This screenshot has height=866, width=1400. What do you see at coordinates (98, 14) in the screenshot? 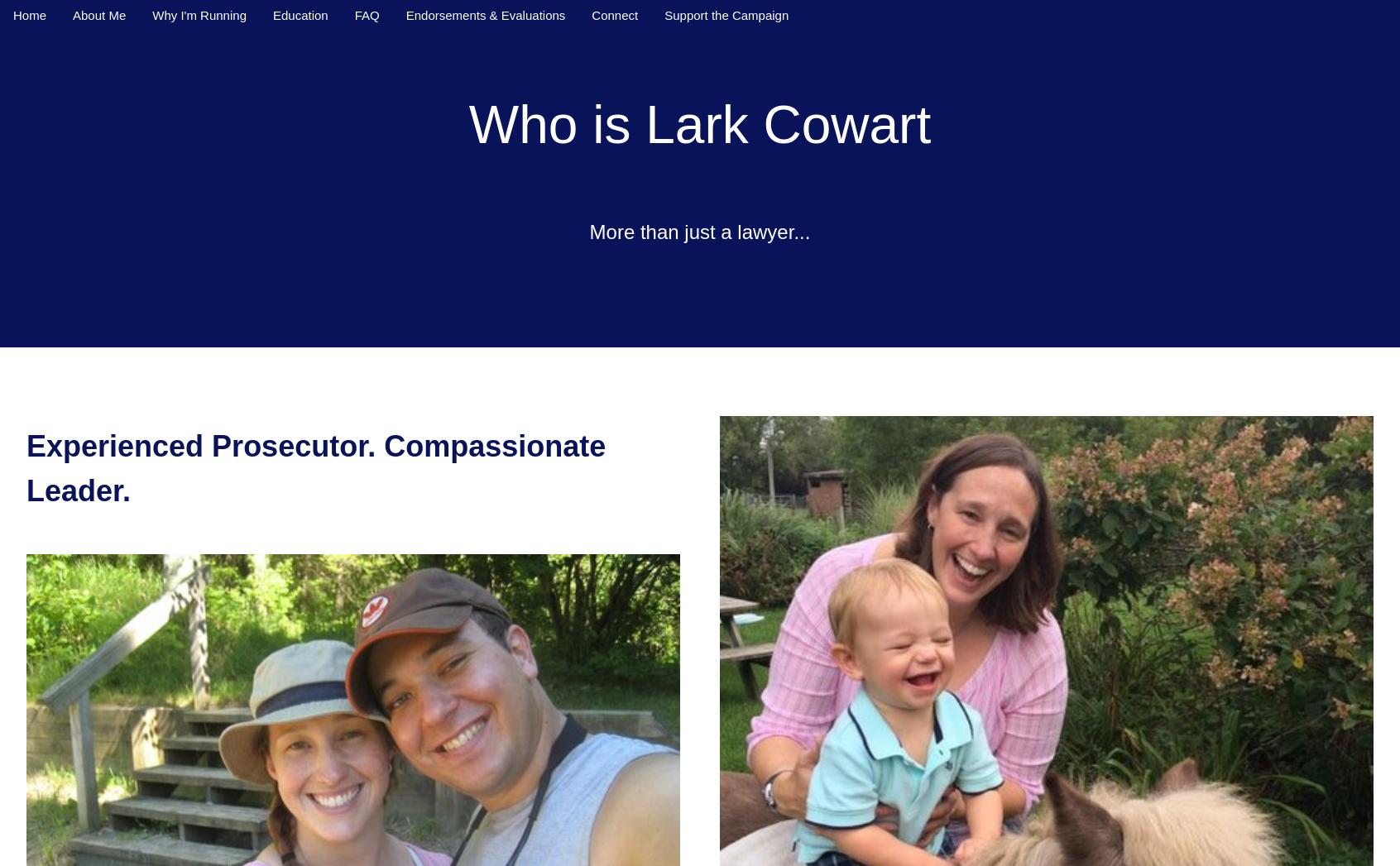
I see `'About Me'` at bounding box center [98, 14].